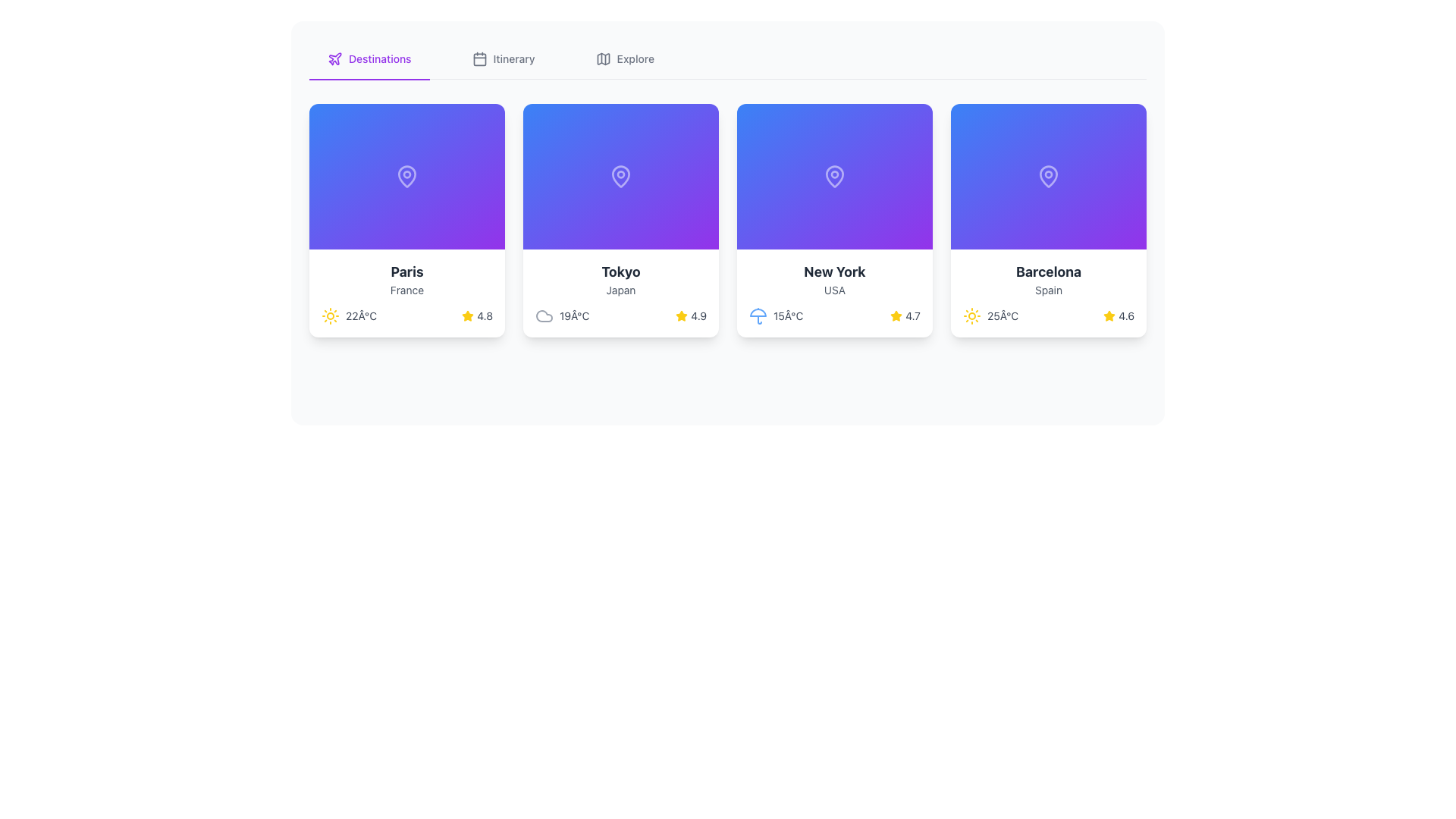 The width and height of the screenshot is (1456, 819). What do you see at coordinates (1047, 293) in the screenshot?
I see `the informational card displaying details about the city 'Barcelona', located within the fourth card from the left in the horizontally aligned list of cards` at bounding box center [1047, 293].